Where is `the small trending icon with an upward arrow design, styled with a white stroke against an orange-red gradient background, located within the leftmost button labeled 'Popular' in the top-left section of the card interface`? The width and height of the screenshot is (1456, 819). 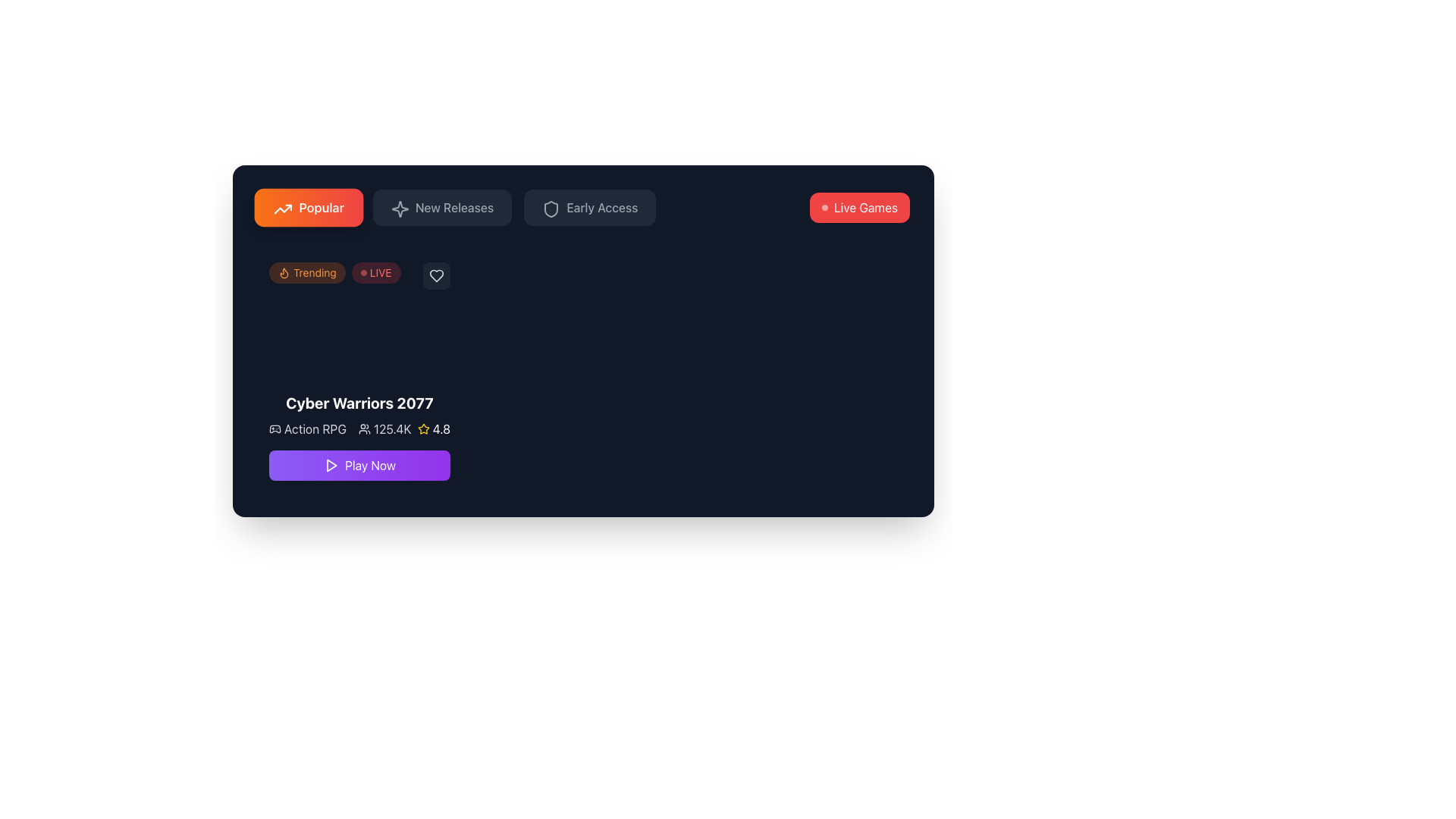
the small trending icon with an upward arrow design, styled with a white stroke against an orange-red gradient background, located within the leftmost button labeled 'Popular' in the top-left section of the card interface is located at coordinates (281, 207).